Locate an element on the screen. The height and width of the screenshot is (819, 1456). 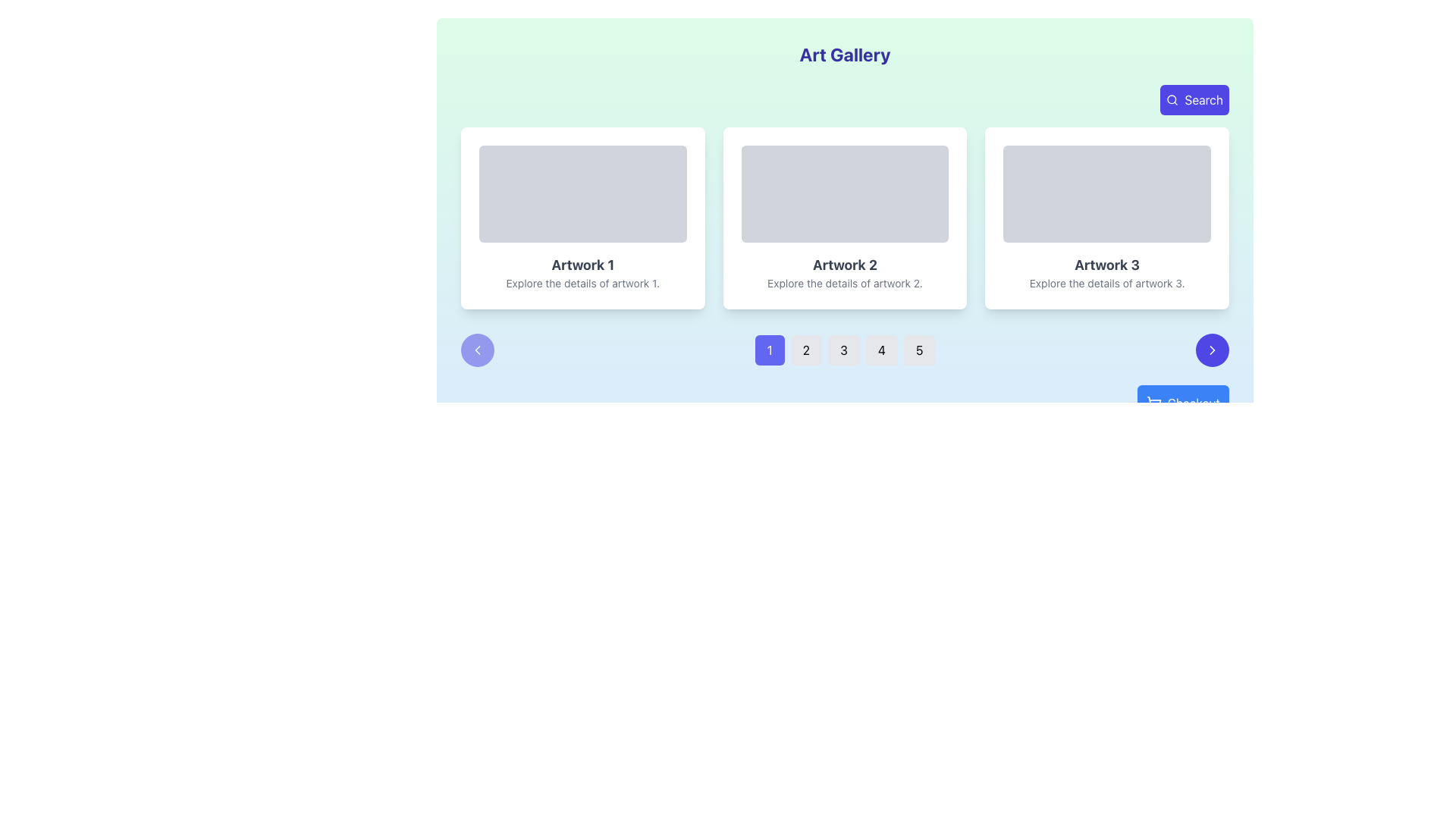
the shopping cart icon located within the 'Checkout' button at the bottom-right section of the interface is located at coordinates (1153, 403).